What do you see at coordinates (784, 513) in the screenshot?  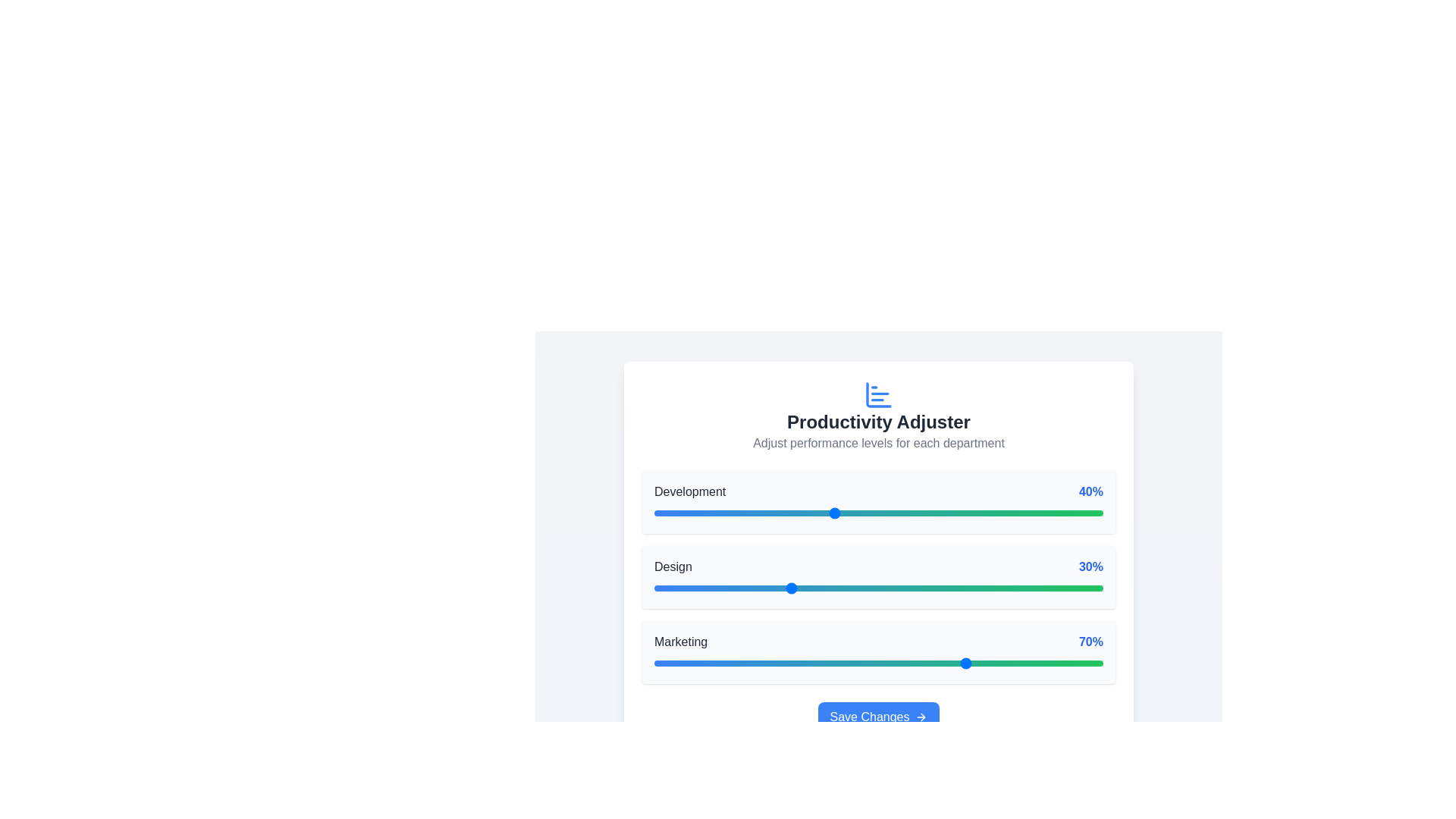 I see `the slider value` at bounding box center [784, 513].